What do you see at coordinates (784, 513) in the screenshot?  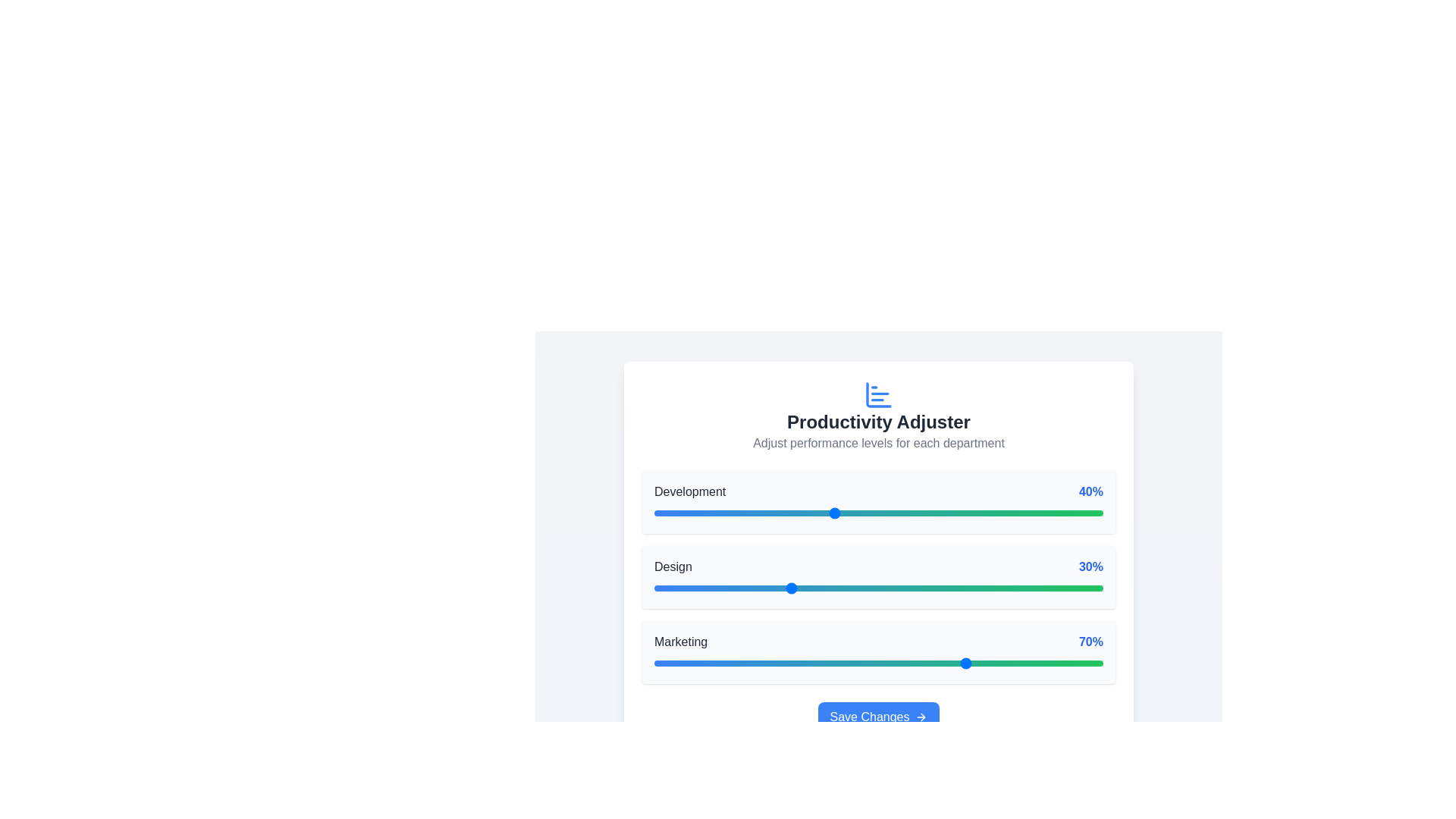 I see `the slider value` at bounding box center [784, 513].